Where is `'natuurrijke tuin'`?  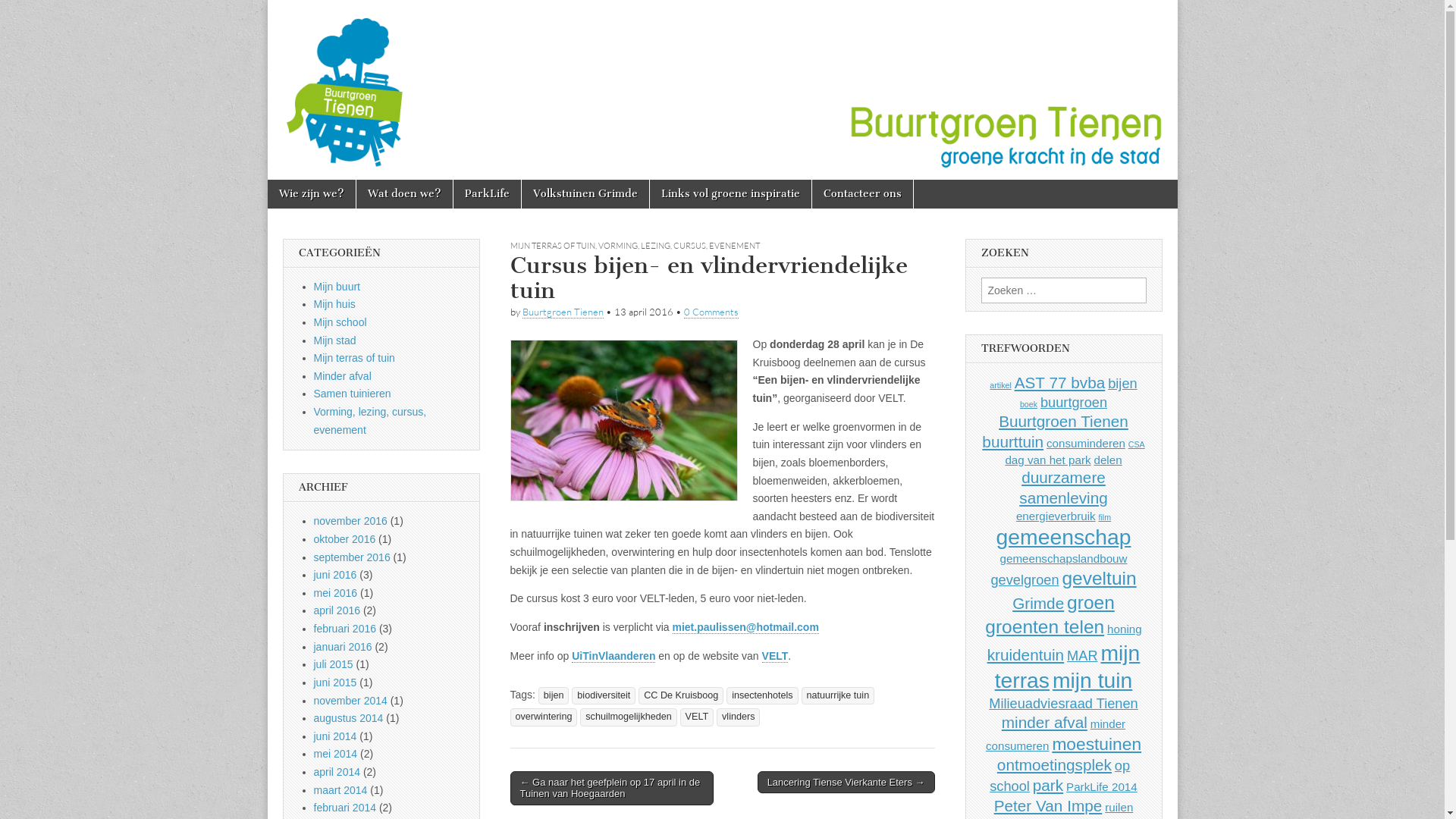 'natuurrijke tuin' is located at coordinates (800, 695).